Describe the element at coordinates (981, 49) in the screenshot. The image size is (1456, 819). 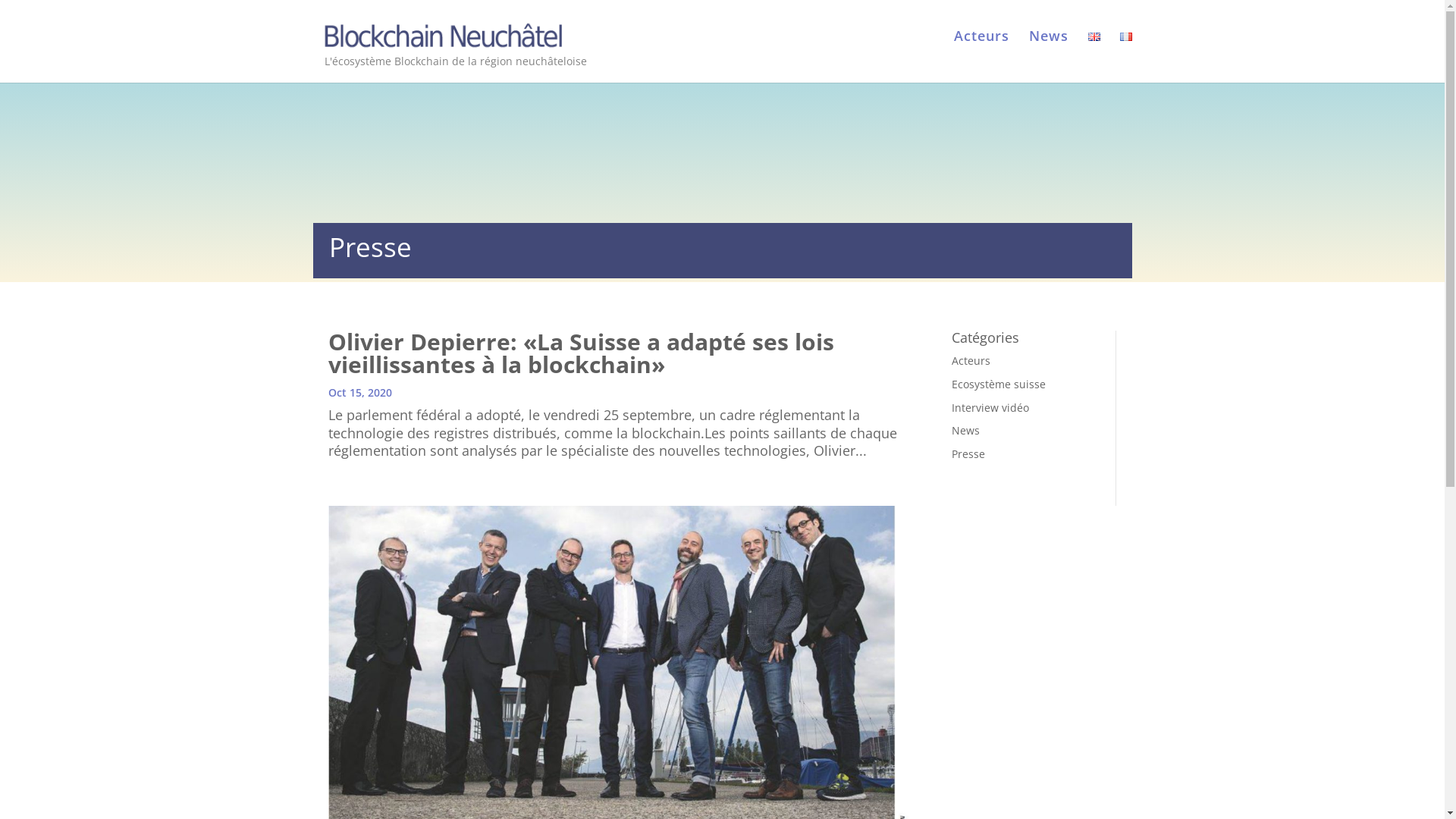
I see `'Acteurs'` at that location.